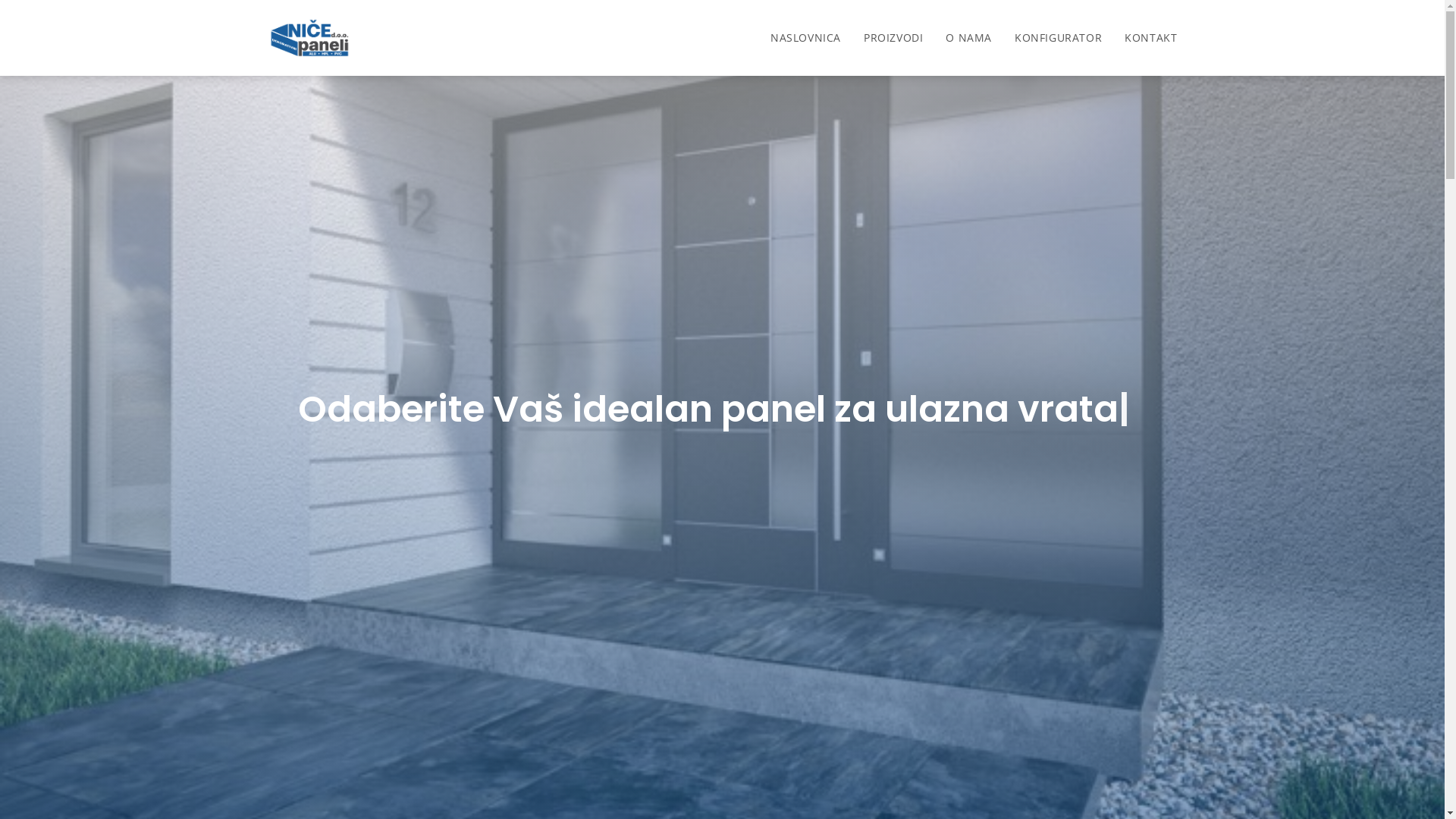 The height and width of the screenshot is (819, 1456). I want to click on 'NASLOVNICA', so click(805, 37).